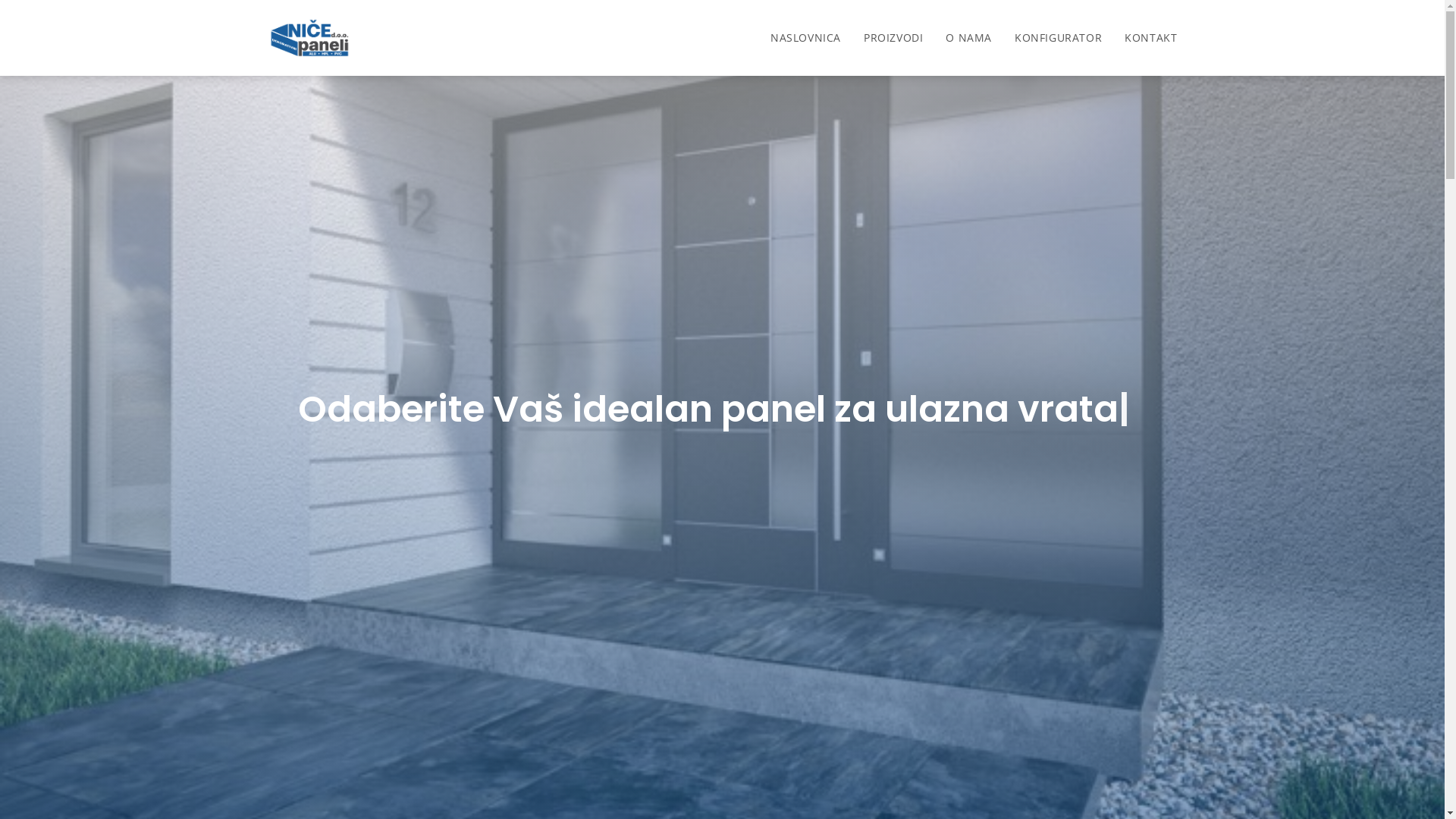 The height and width of the screenshot is (819, 1456). I want to click on 'NASLOVNICA', so click(805, 37).